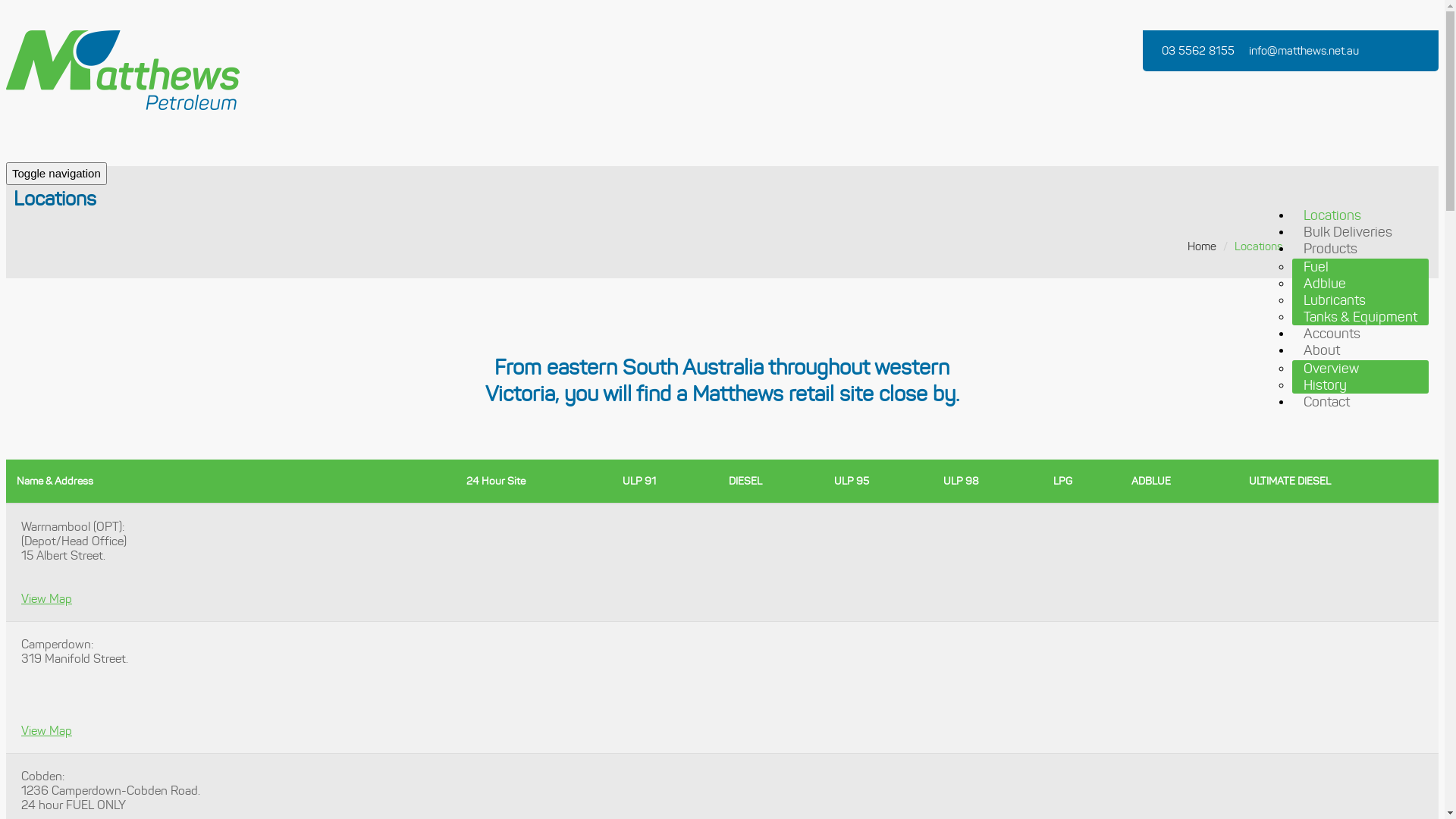  What do you see at coordinates (1305, 49) in the screenshot?
I see `'info@matthews.net.au'` at bounding box center [1305, 49].